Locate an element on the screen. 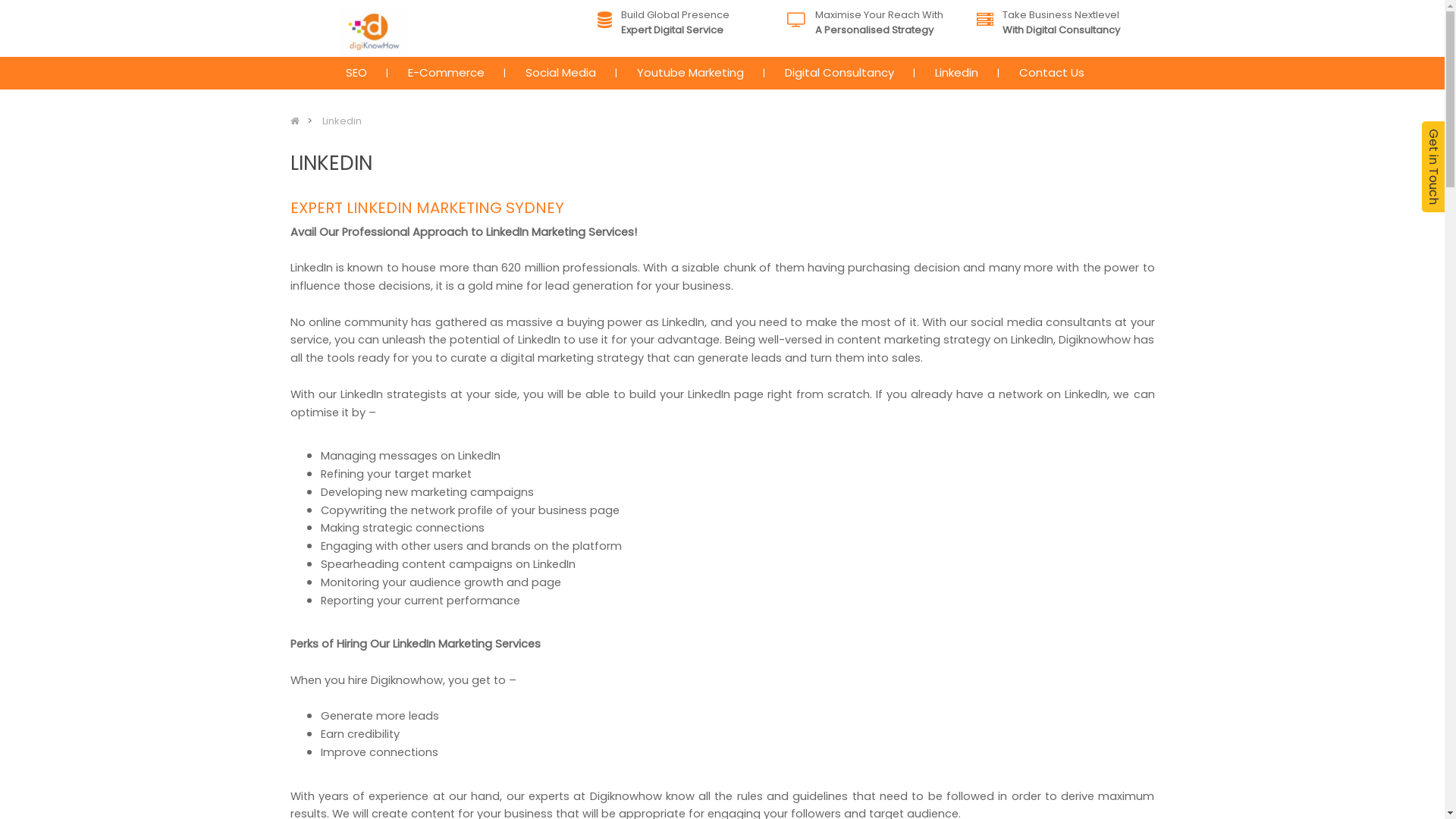 The image size is (1456, 819). 'Linkedin' is located at coordinates (340, 120).